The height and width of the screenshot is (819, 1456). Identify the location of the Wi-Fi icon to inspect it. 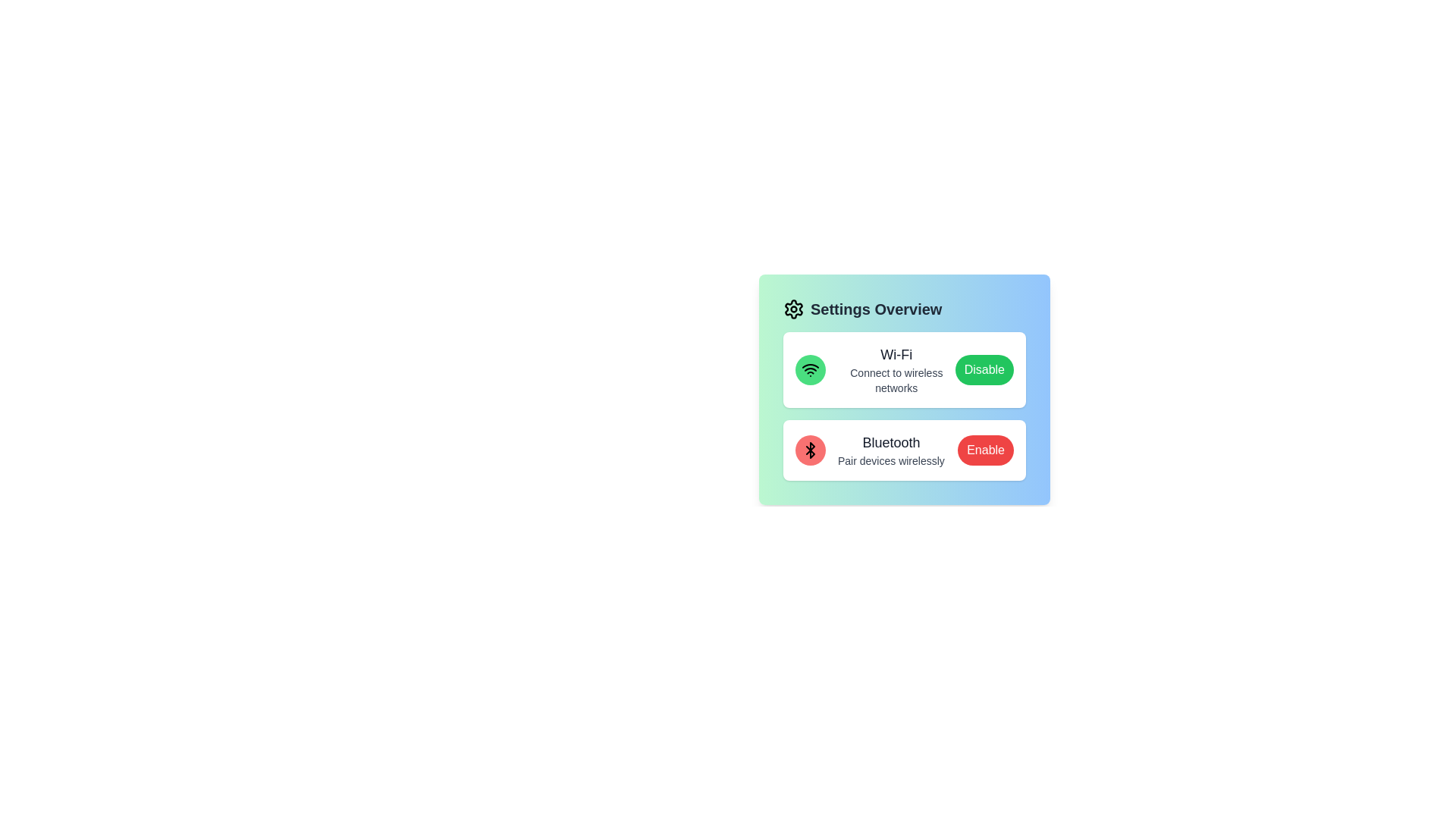
(810, 370).